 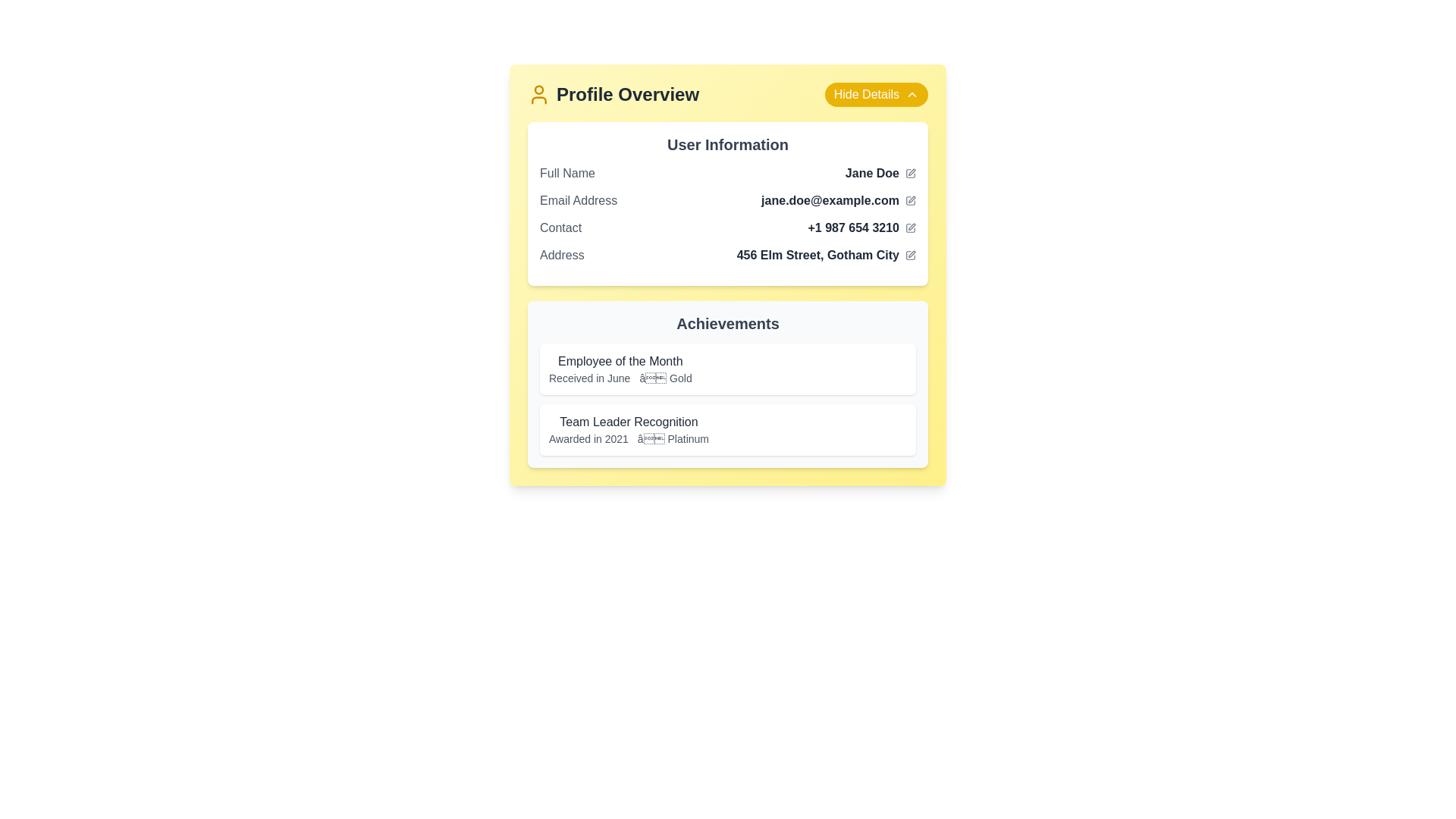 What do you see at coordinates (912, 94) in the screenshot?
I see `the downward-facing chevron-shaped arrow icon located to the right of the 'Hide Details' text` at bounding box center [912, 94].